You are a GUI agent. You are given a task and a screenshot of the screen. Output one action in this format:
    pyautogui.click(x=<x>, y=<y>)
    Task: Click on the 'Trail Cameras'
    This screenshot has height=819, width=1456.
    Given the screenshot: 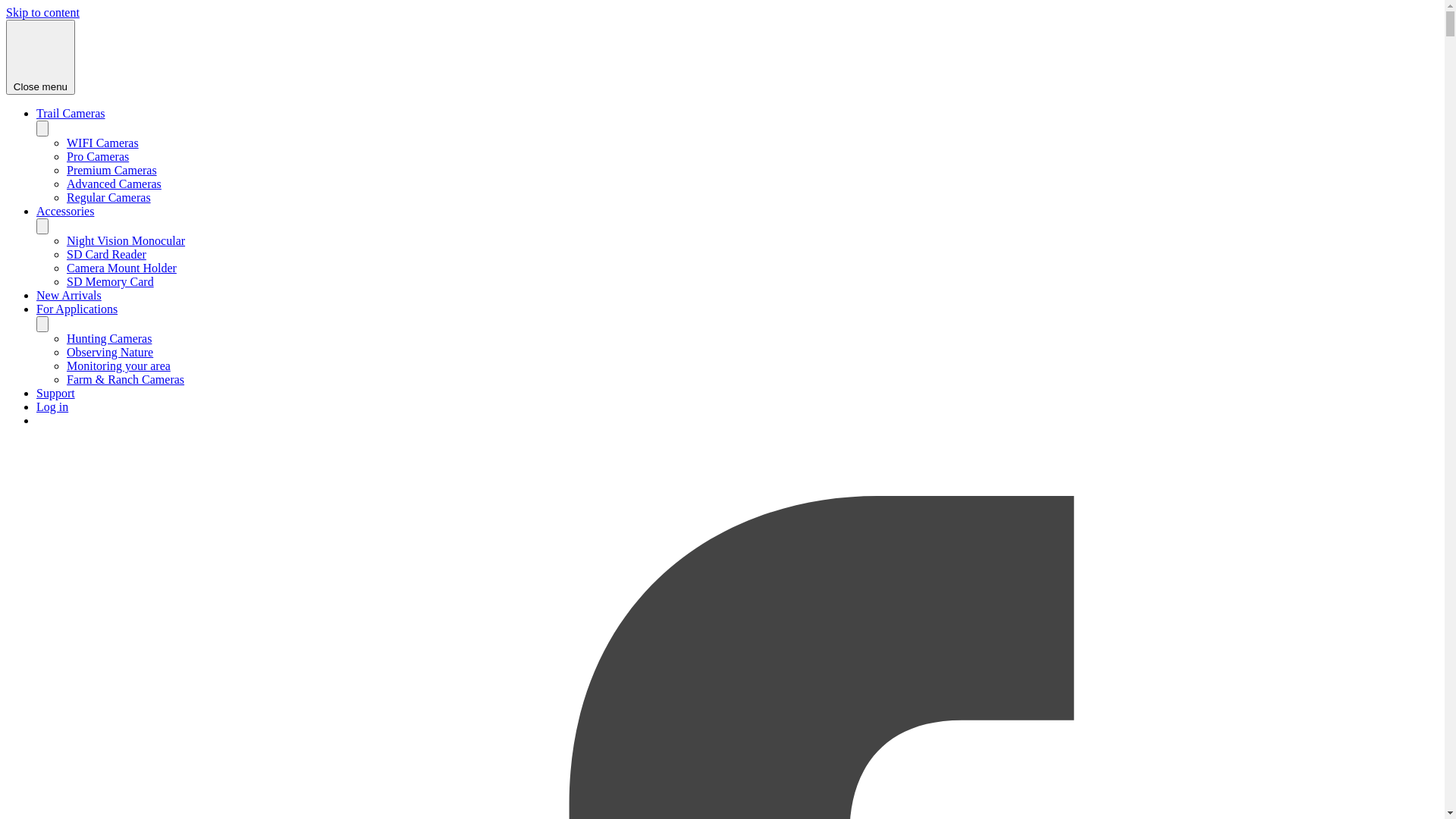 What is the action you would take?
    pyautogui.click(x=70, y=112)
    